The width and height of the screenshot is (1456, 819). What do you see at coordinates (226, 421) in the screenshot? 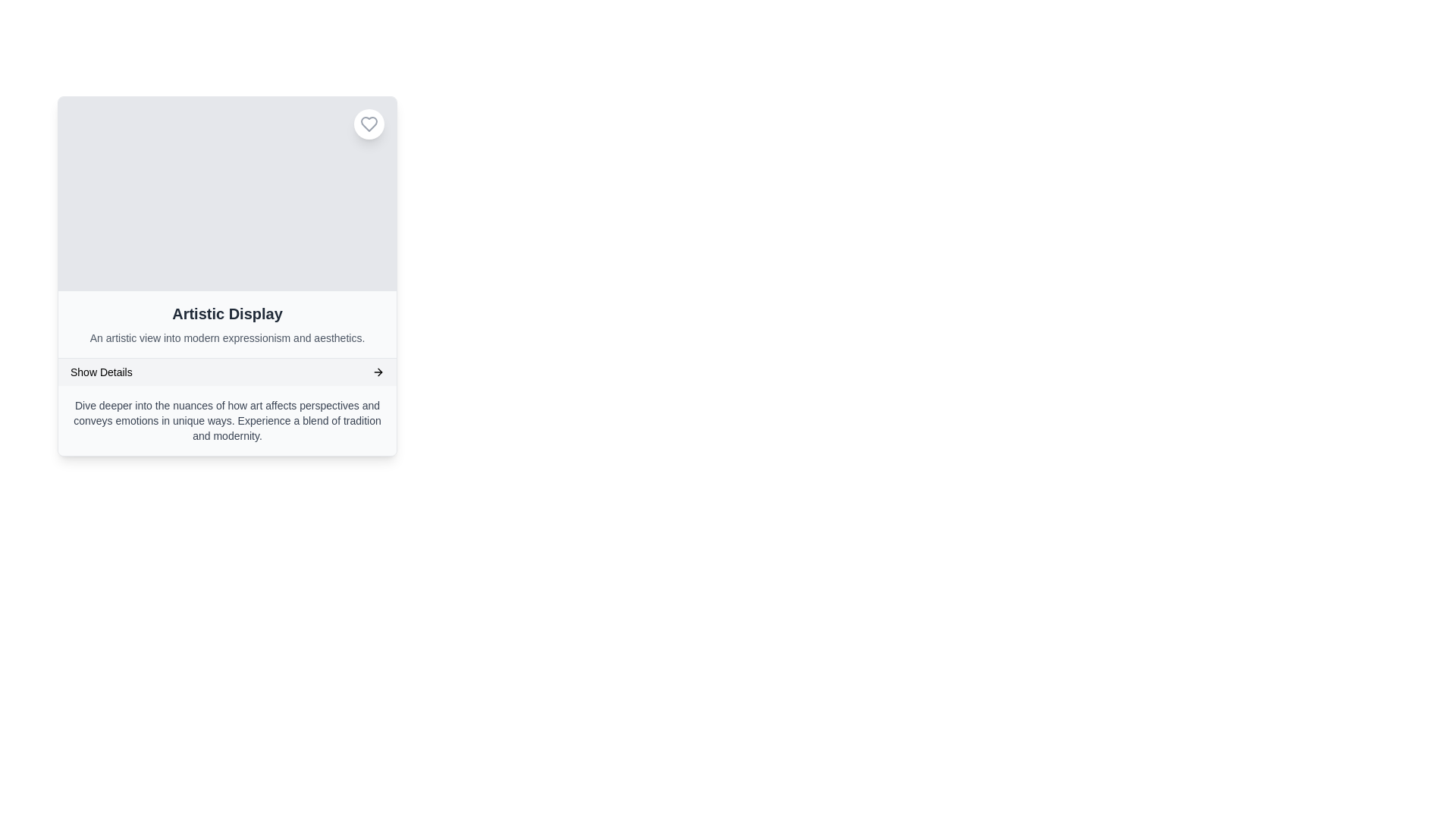
I see `the text block styled in small gray font that describes art and its emotional impact, located at the bottom of the 'Artistic Display' card` at bounding box center [226, 421].